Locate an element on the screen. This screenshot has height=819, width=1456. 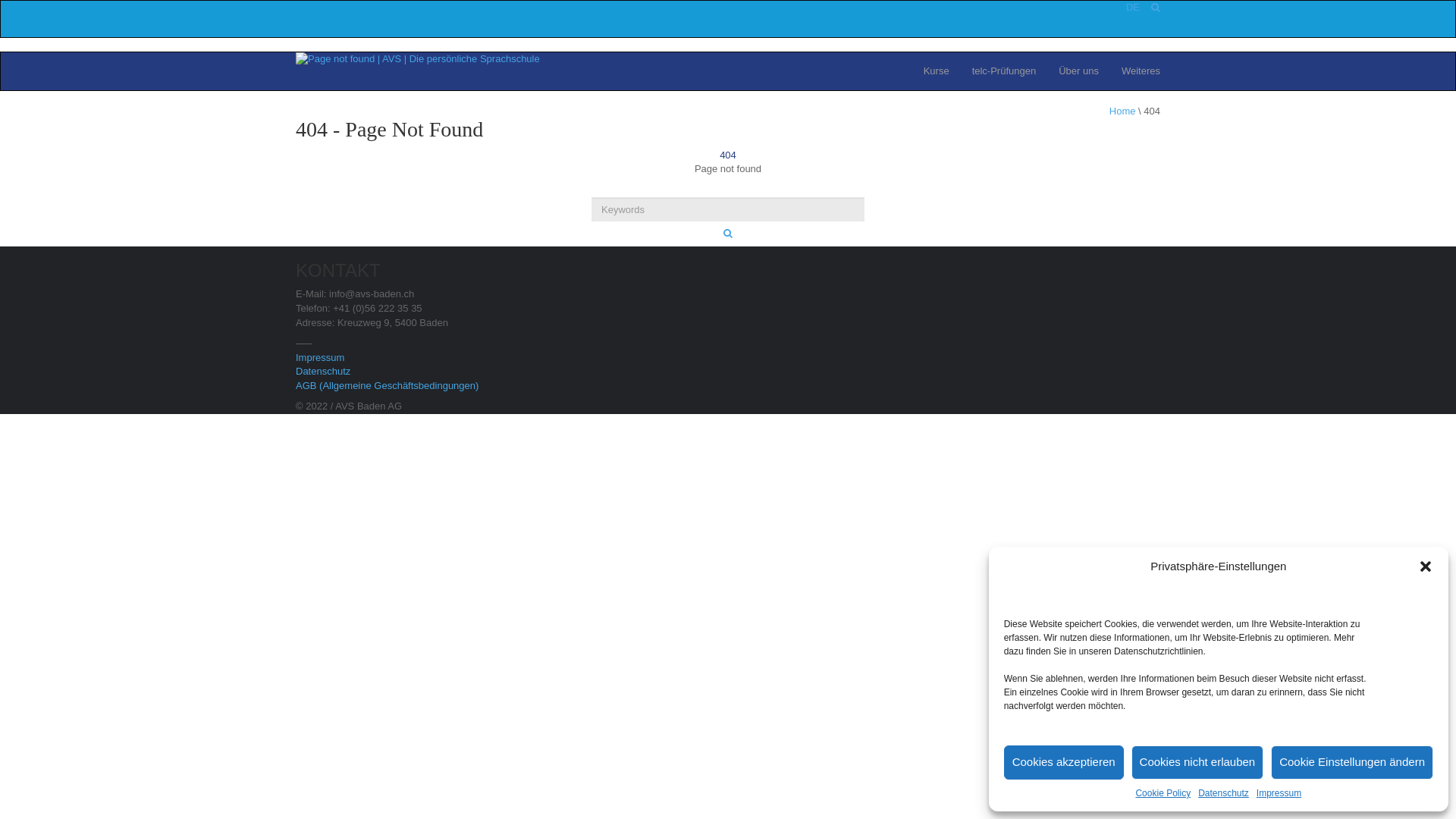
'Weiteres' is located at coordinates (1141, 71).